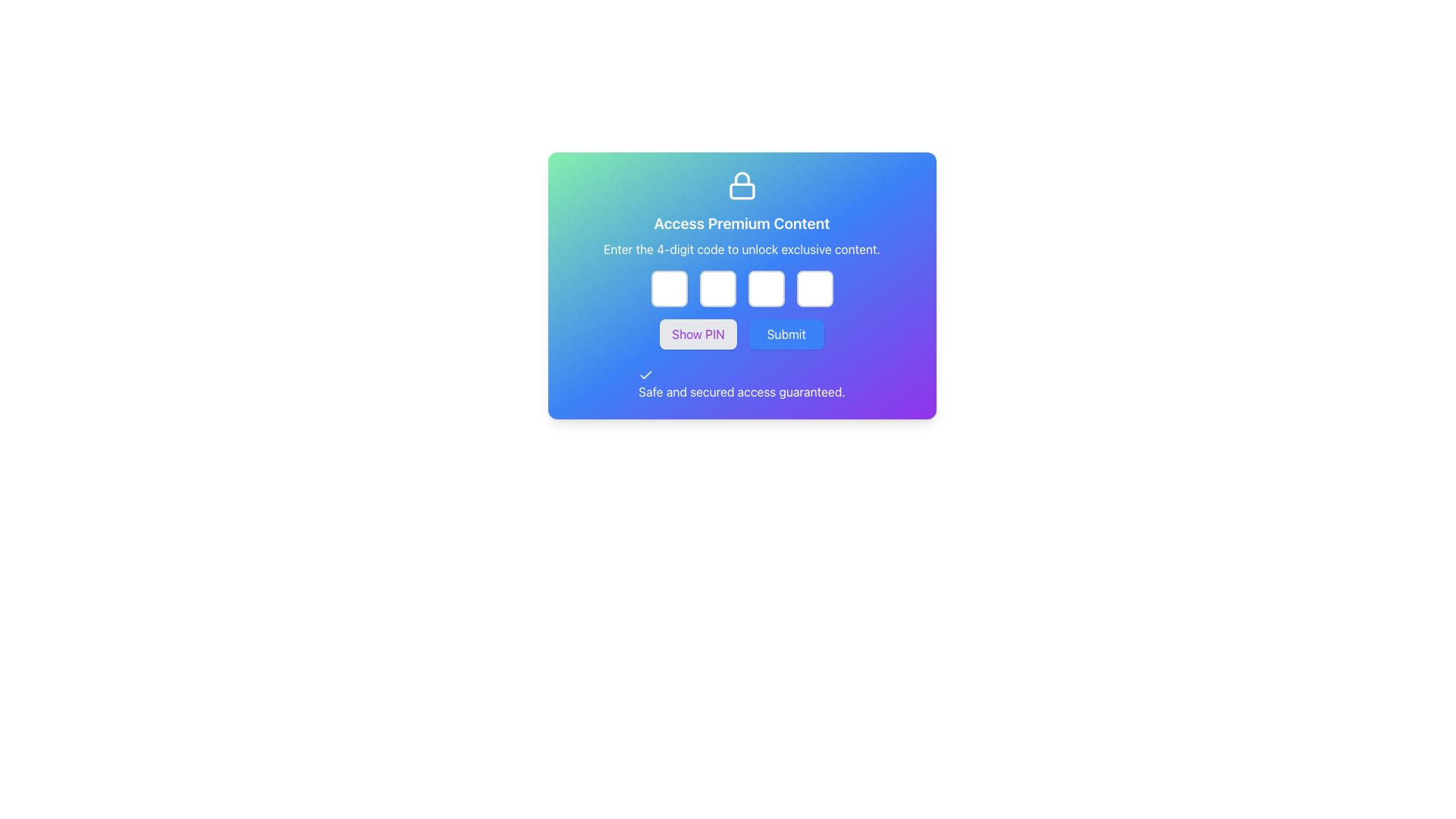 This screenshot has height=819, width=1456. Describe the element at coordinates (742, 248) in the screenshot. I see `the text label that instructs users to enter a 4-digit code, located below the title 'Access Premium Content' and above the input field group` at that location.